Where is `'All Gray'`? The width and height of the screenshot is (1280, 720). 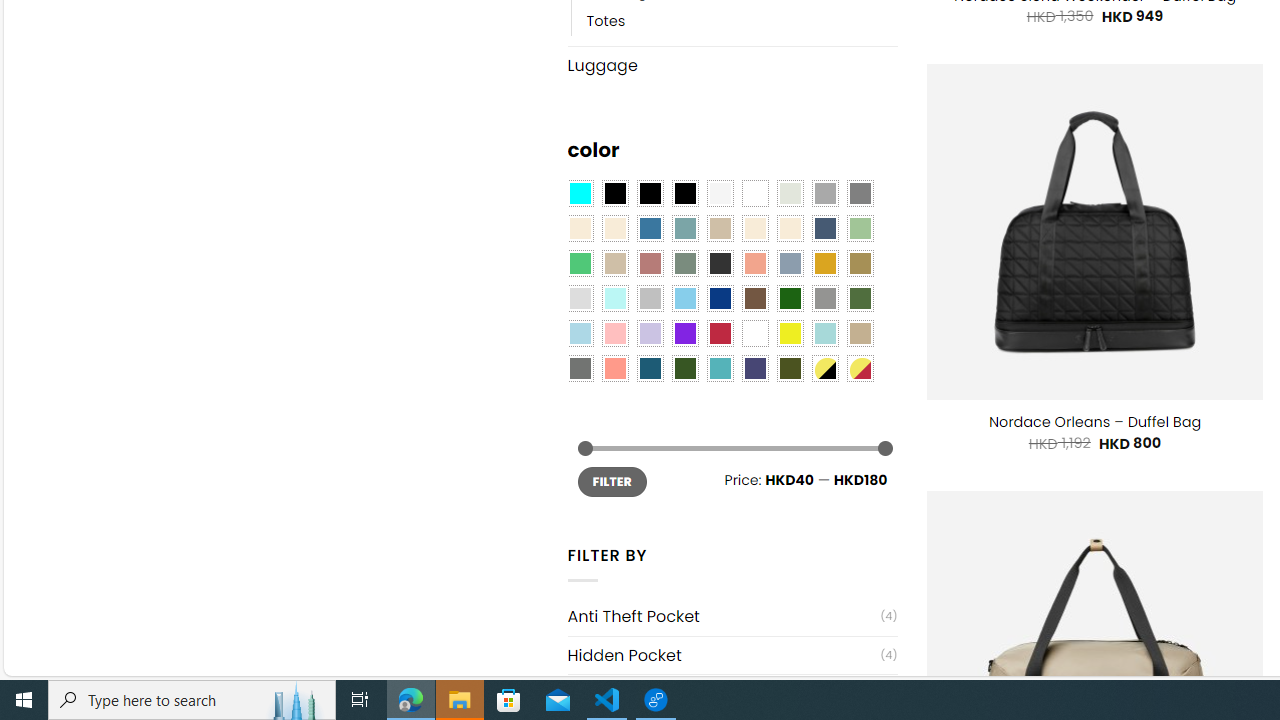
'All Gray' is located at coordinates (860, 194).